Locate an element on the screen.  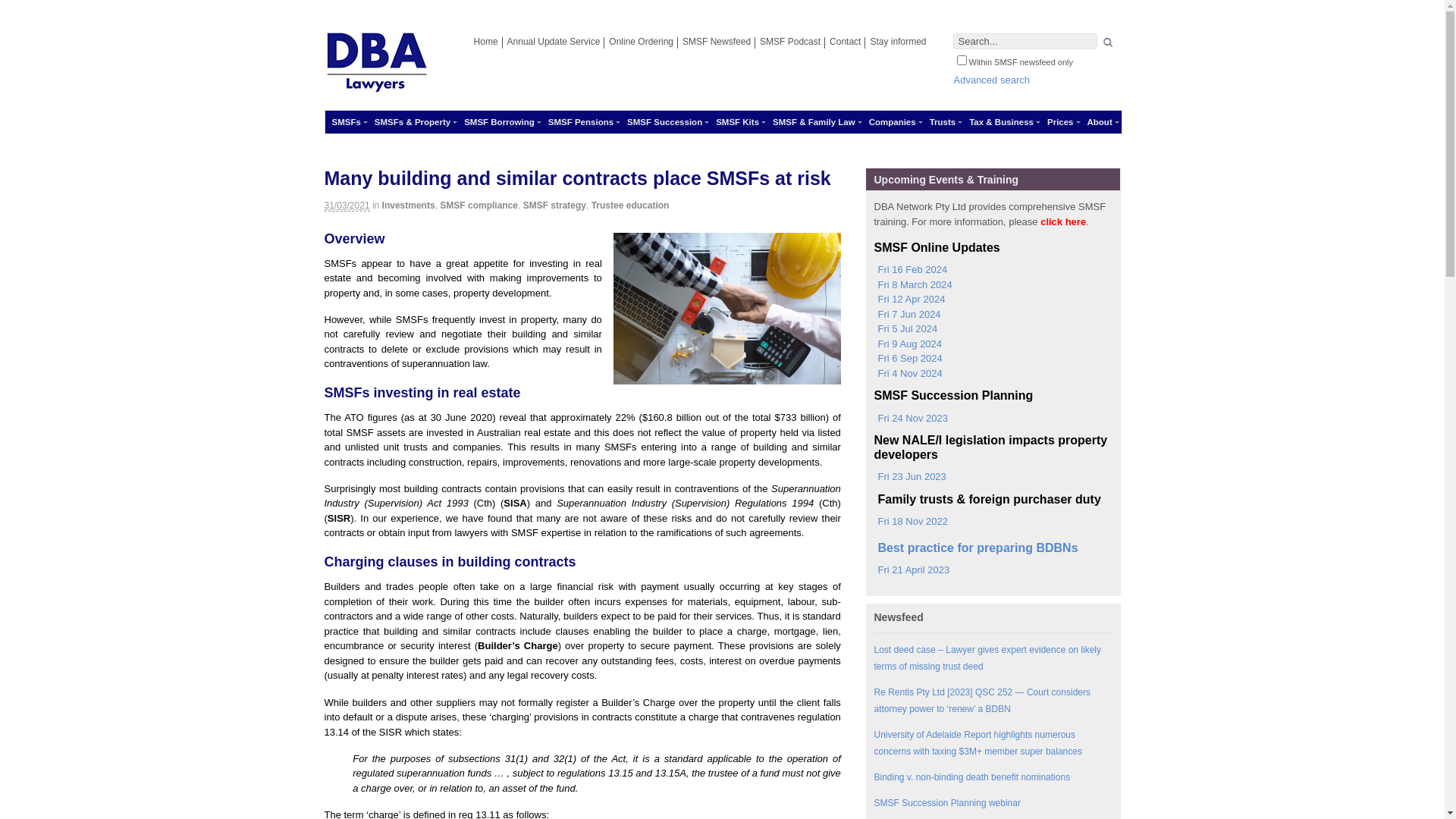
'SMSF Newsfeed' is located at coordinates (716, 41).